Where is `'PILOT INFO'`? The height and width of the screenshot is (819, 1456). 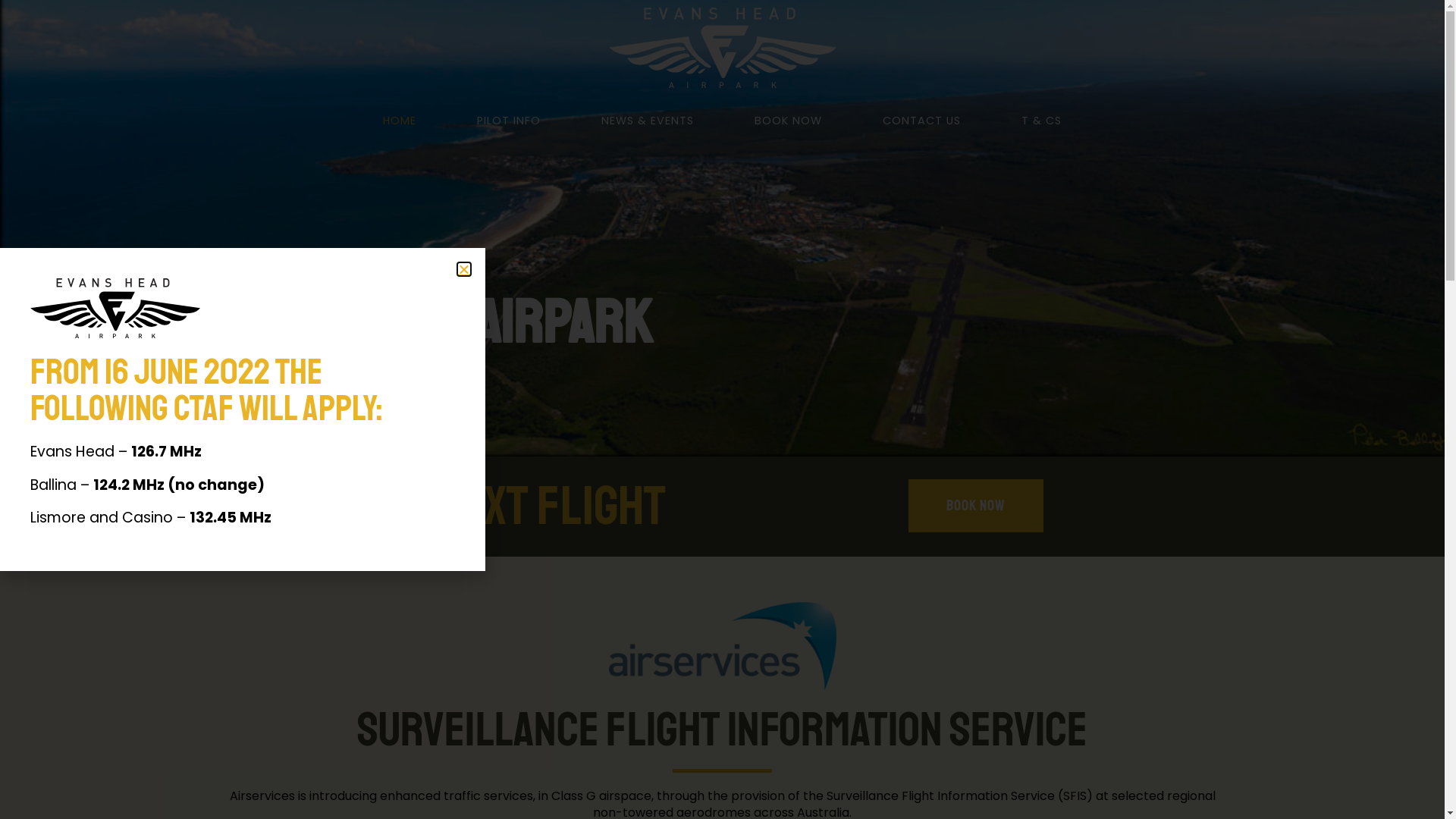 'PILOT INFO' is located at coordinates (446, 119).